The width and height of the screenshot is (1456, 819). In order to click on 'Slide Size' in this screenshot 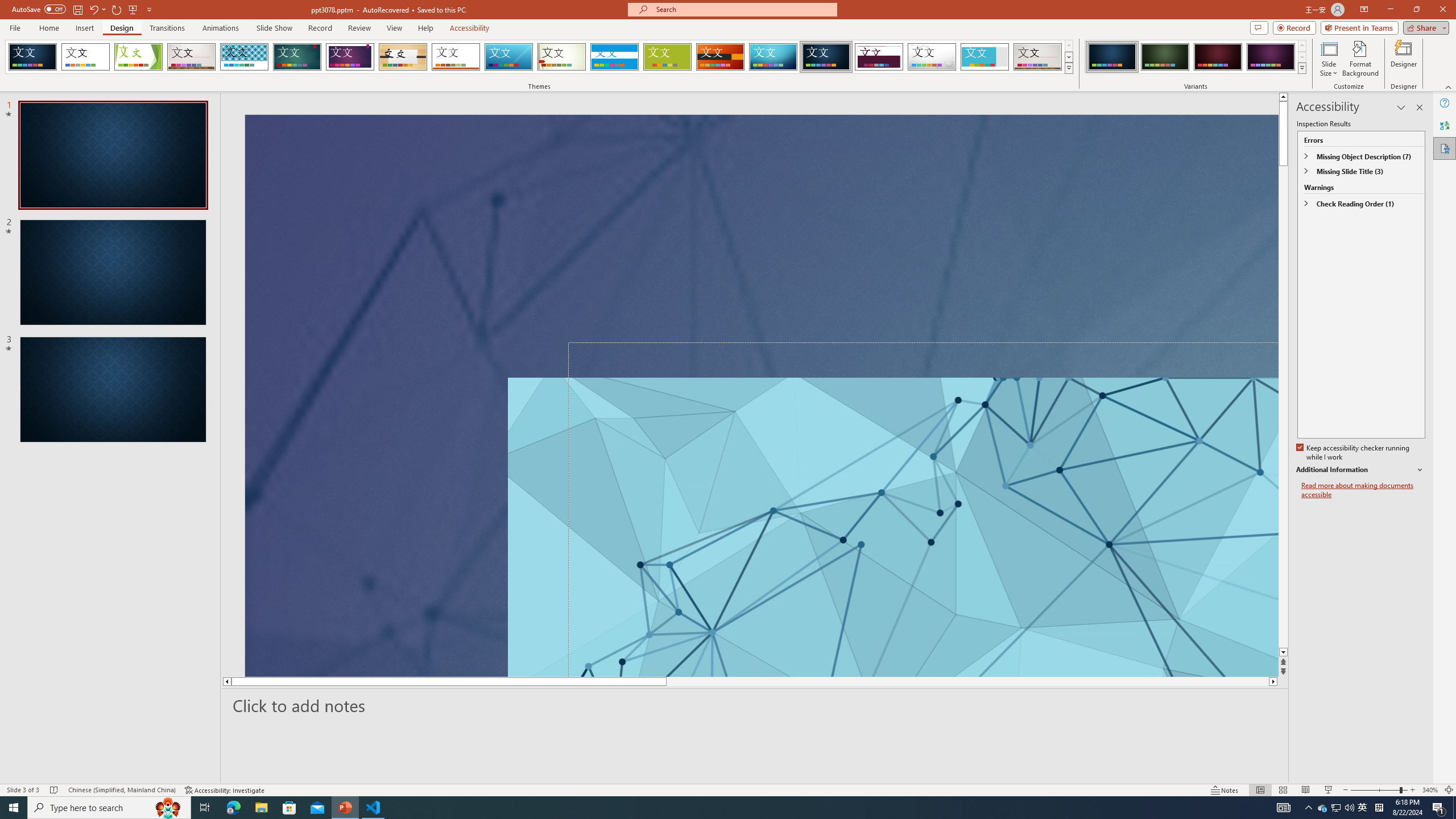, I will do `click(1329, 59)`.